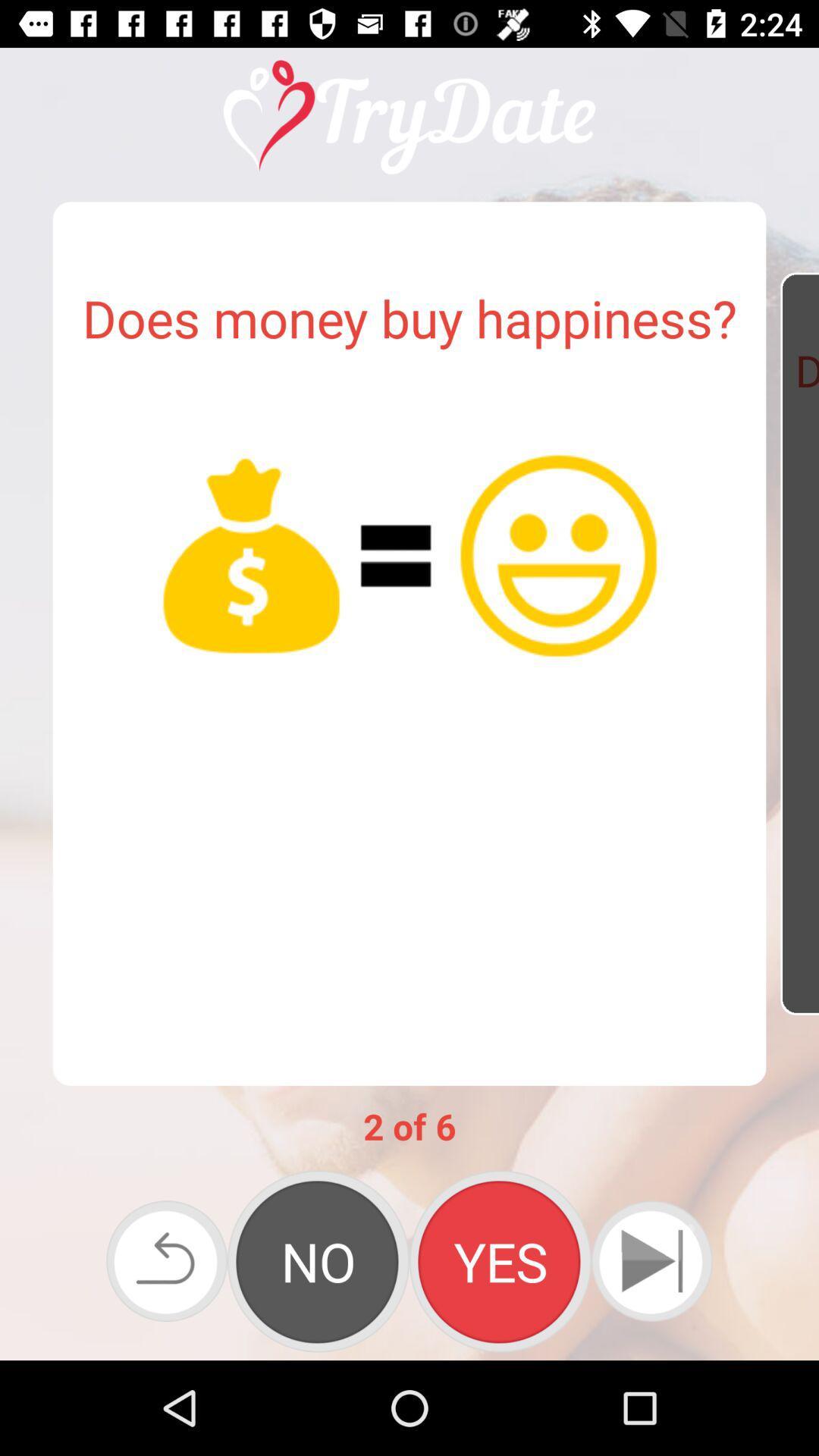  I want to click on the no option, so click(318, 1261).